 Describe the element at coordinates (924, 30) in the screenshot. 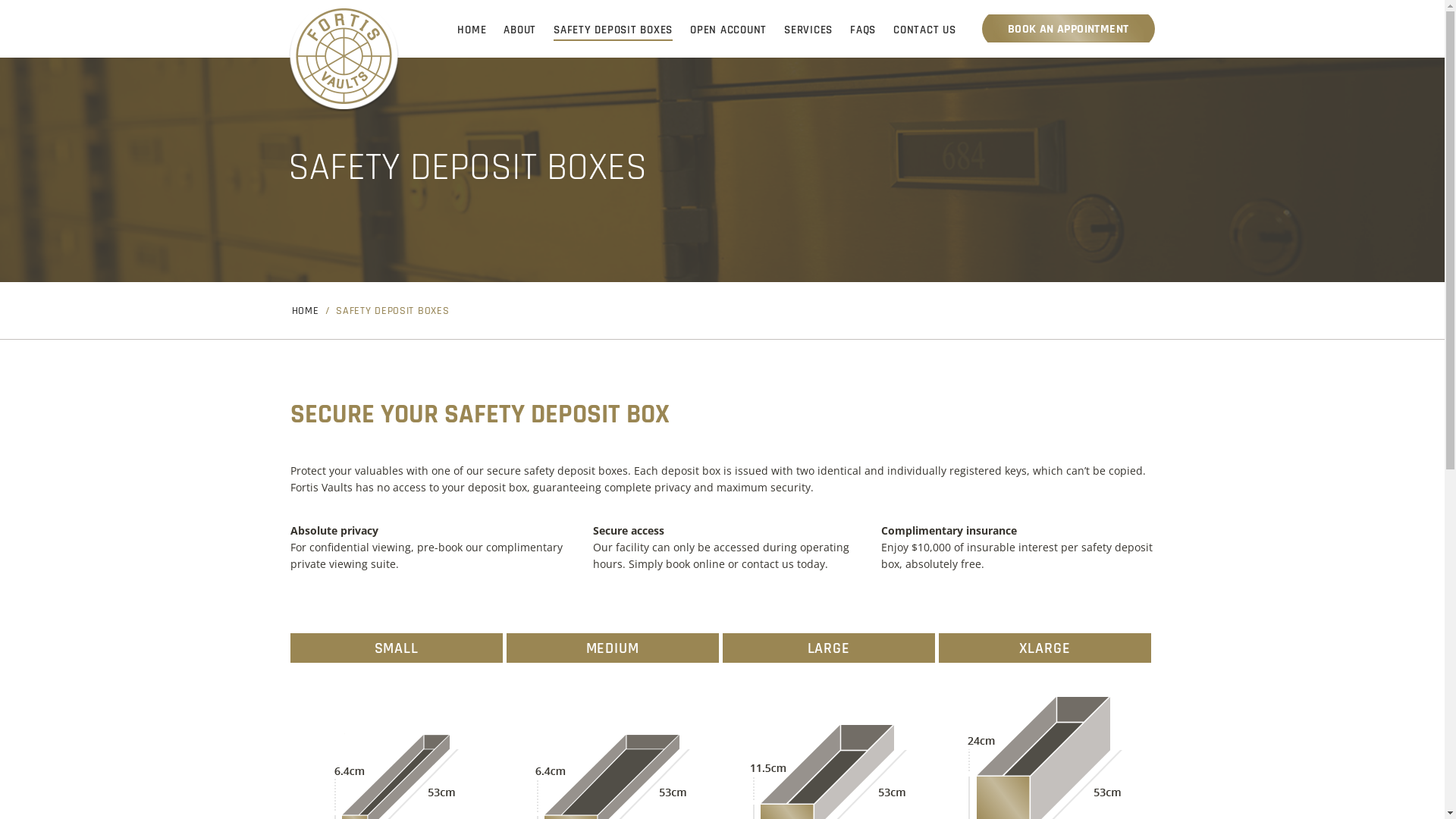

I see `'CONTACT US'` at that location.